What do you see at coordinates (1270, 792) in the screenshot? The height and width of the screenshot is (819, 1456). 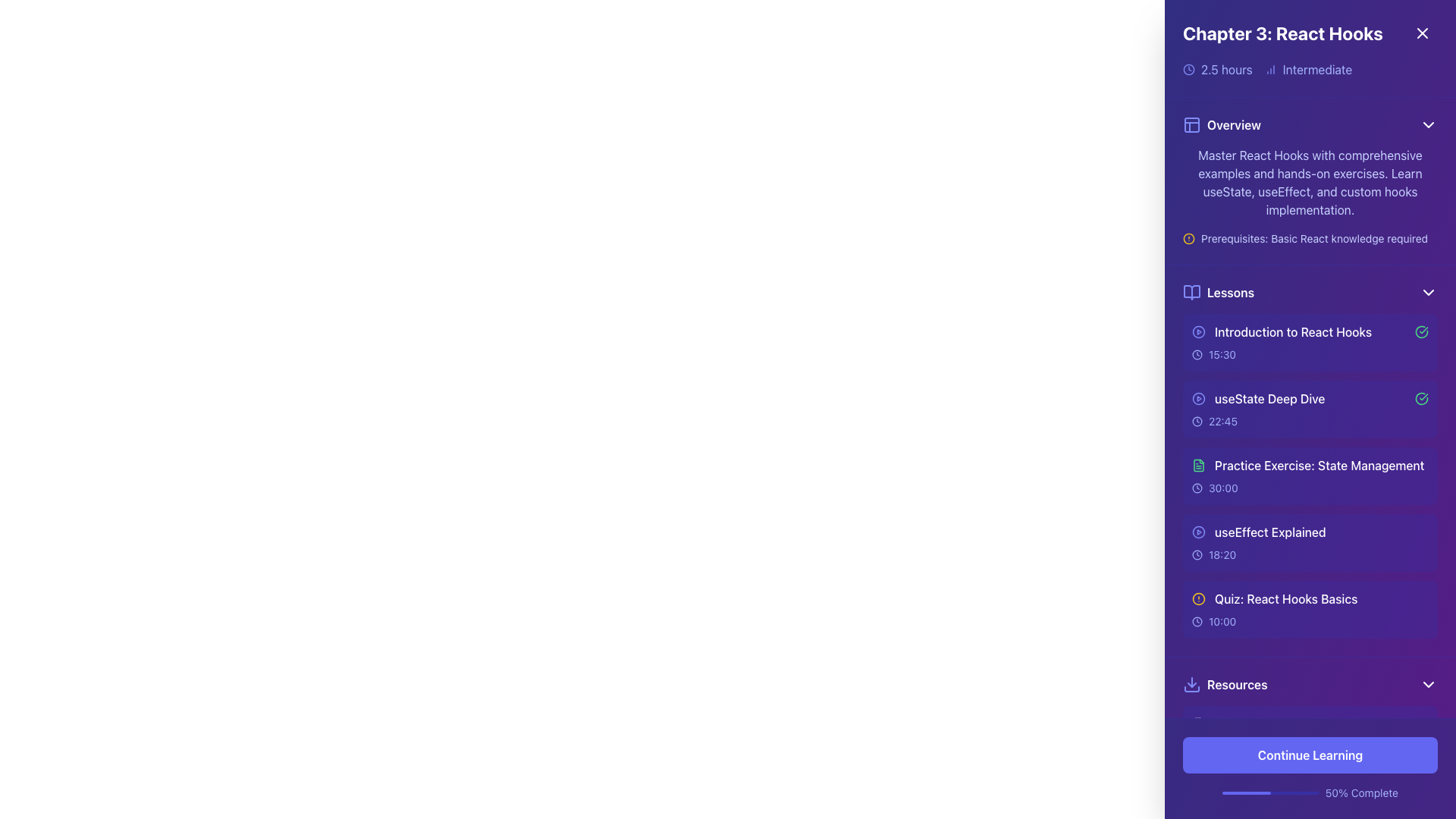 I see `the progress bar indicating '50% Complete', which is a linear progress bar with a dark indigo background and a lighter indigo segment, located centrally below the 'Continue Learning' button` at bounding box center [1270, 792].